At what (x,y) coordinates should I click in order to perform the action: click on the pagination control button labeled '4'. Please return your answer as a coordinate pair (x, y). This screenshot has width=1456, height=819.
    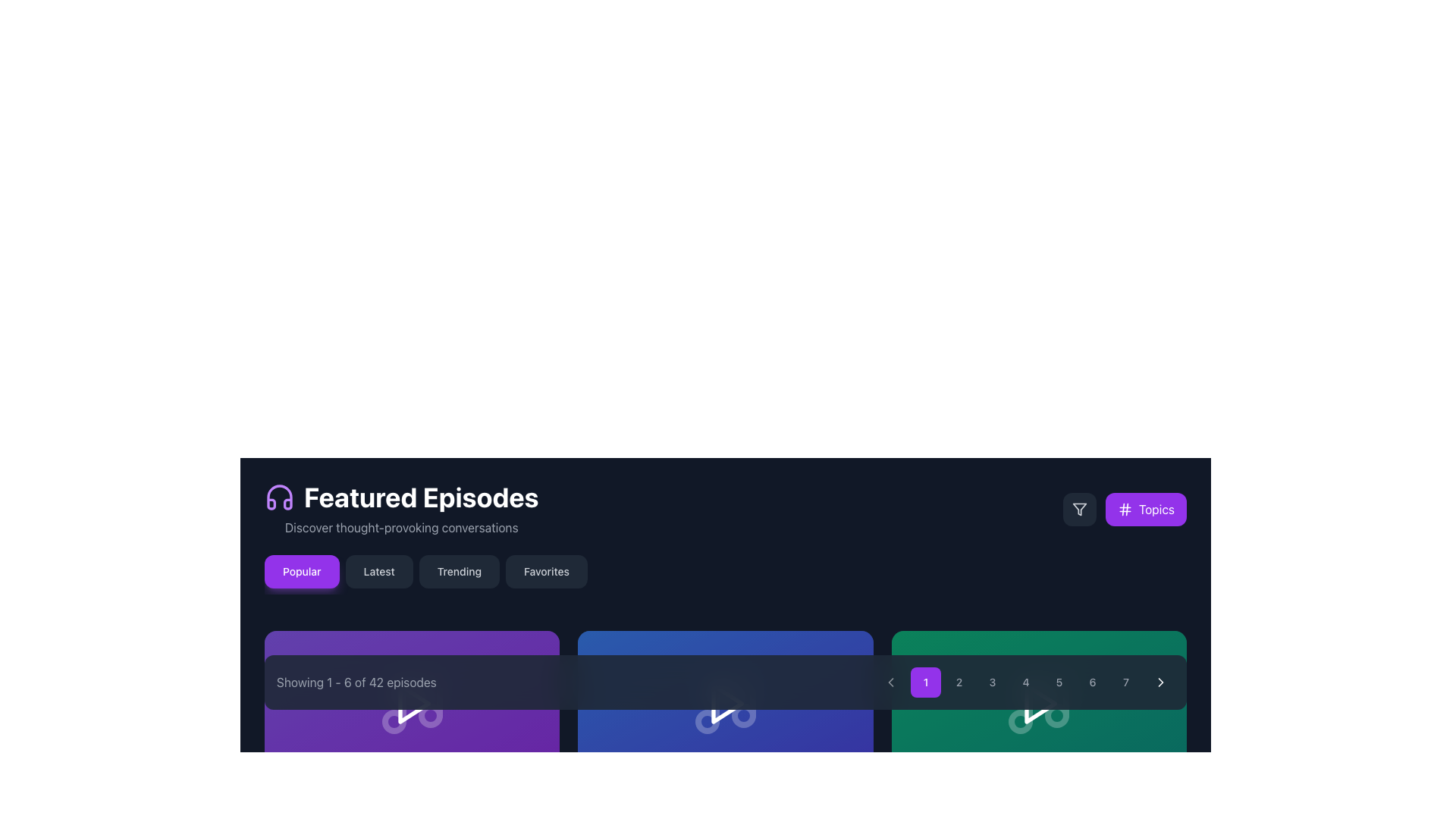
    Looking at the image, I should click on (1026, 681).